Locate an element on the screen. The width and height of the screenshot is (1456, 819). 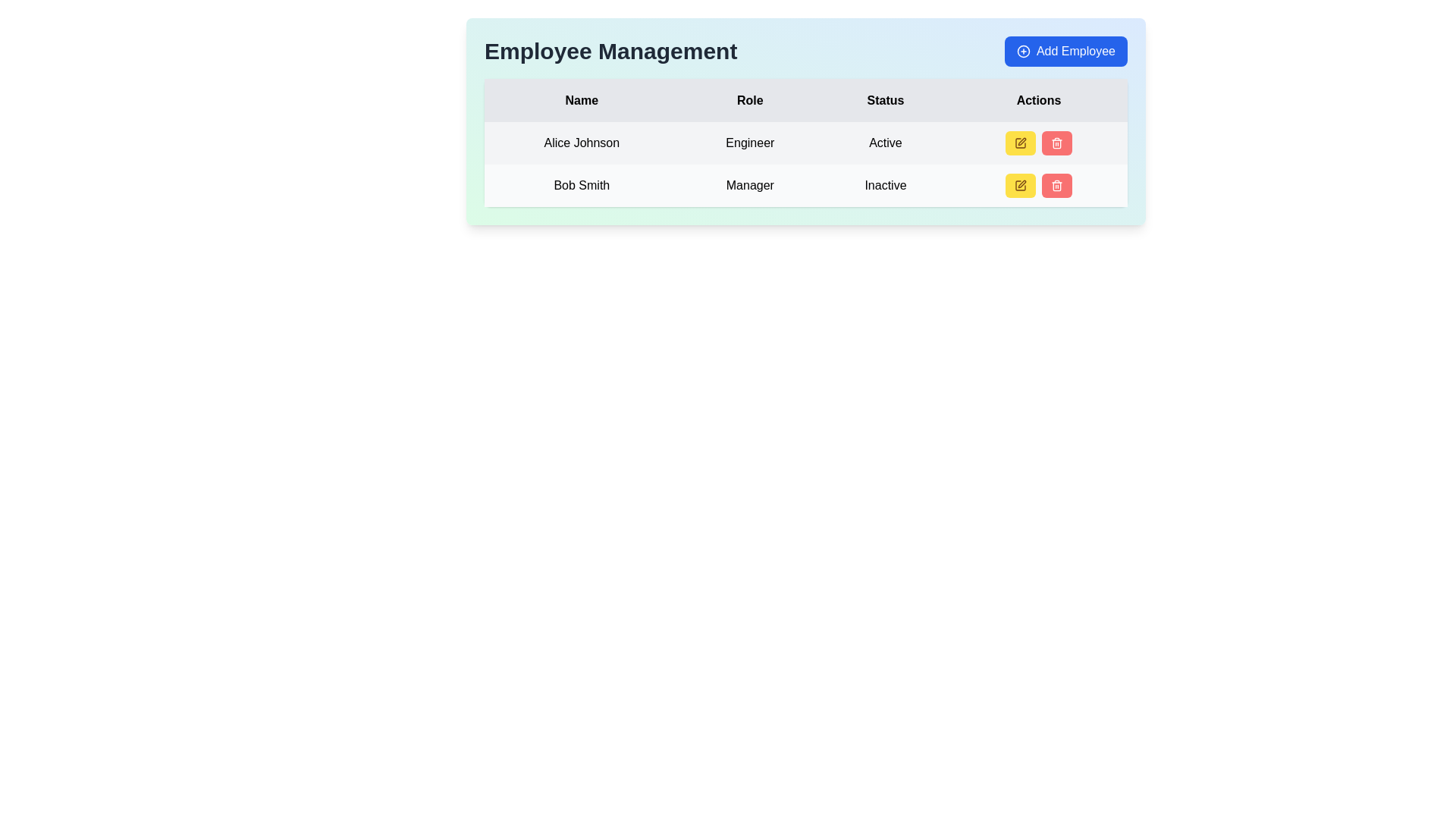
text content of the 'Inactive' status displayed in bold black for 'Bob Smith' in the Status column of the table is located at coordinates (885, 185).